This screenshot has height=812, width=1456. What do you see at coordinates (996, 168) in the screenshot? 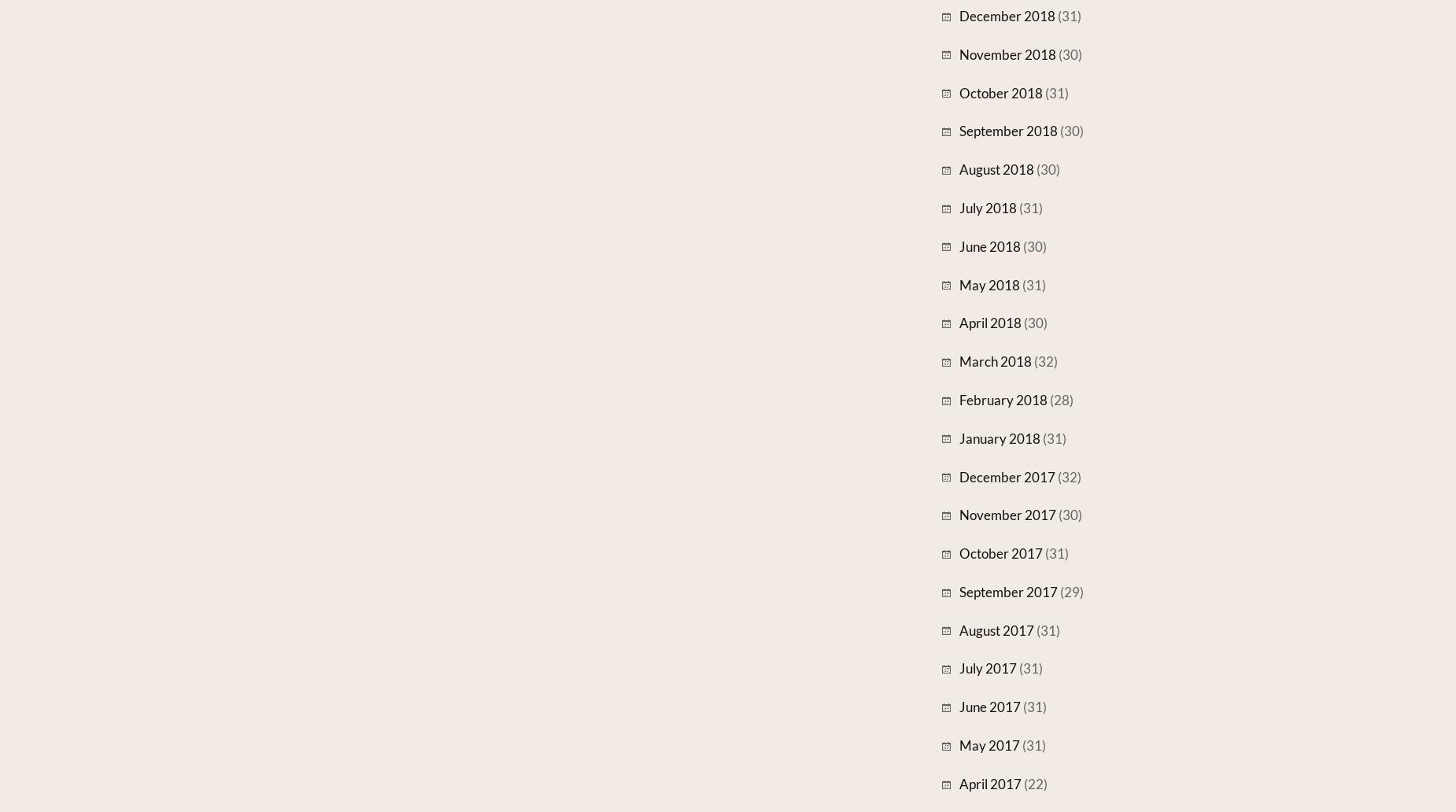
I see `'August 2018'` at bounding box center [996, 168].